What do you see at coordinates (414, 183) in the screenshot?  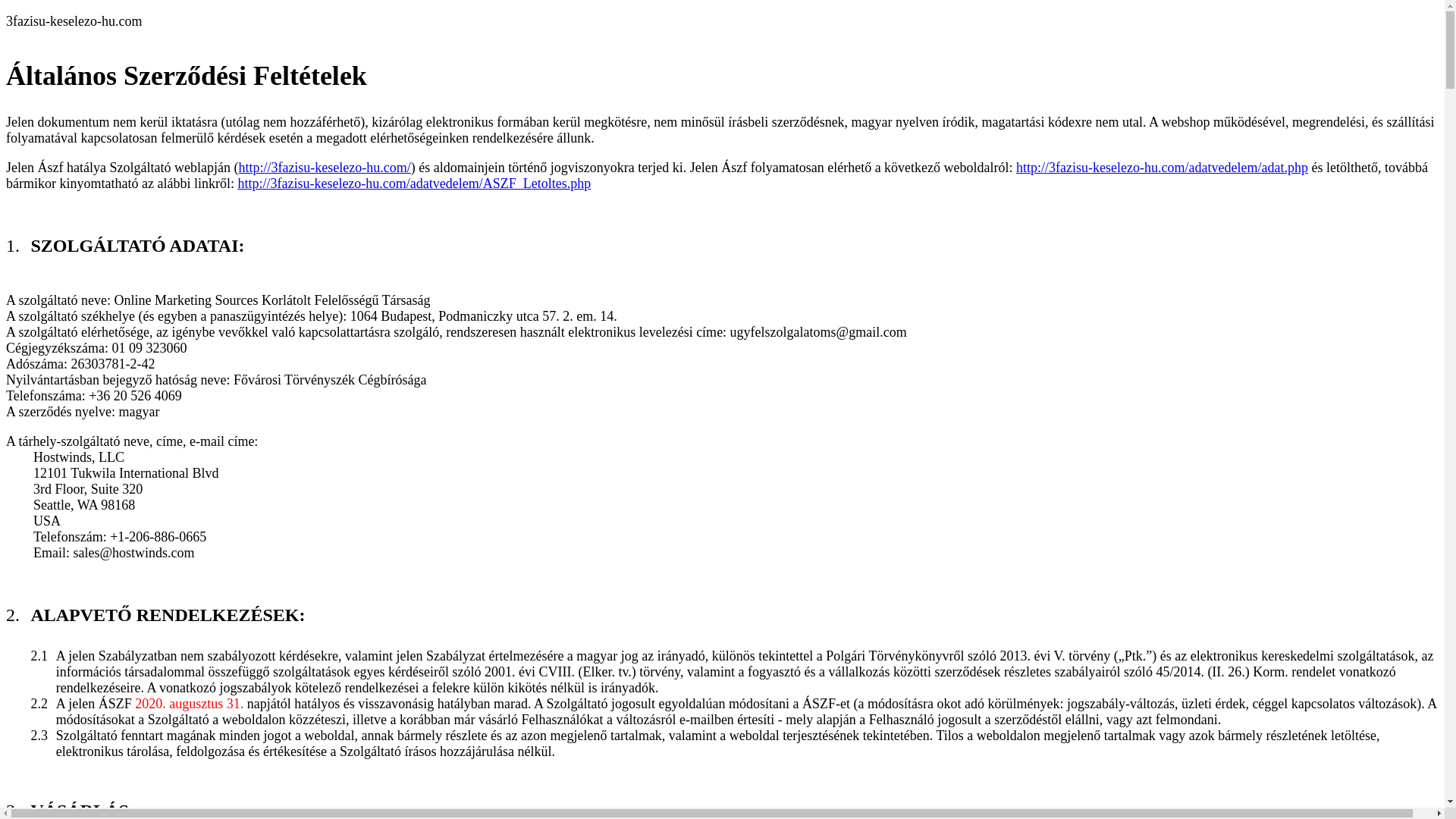 I see `'http://3fazisu-keselezo-hu.com/adatvedelem/ASZF_Letoltes.php'` at bounding box center [414, 183].